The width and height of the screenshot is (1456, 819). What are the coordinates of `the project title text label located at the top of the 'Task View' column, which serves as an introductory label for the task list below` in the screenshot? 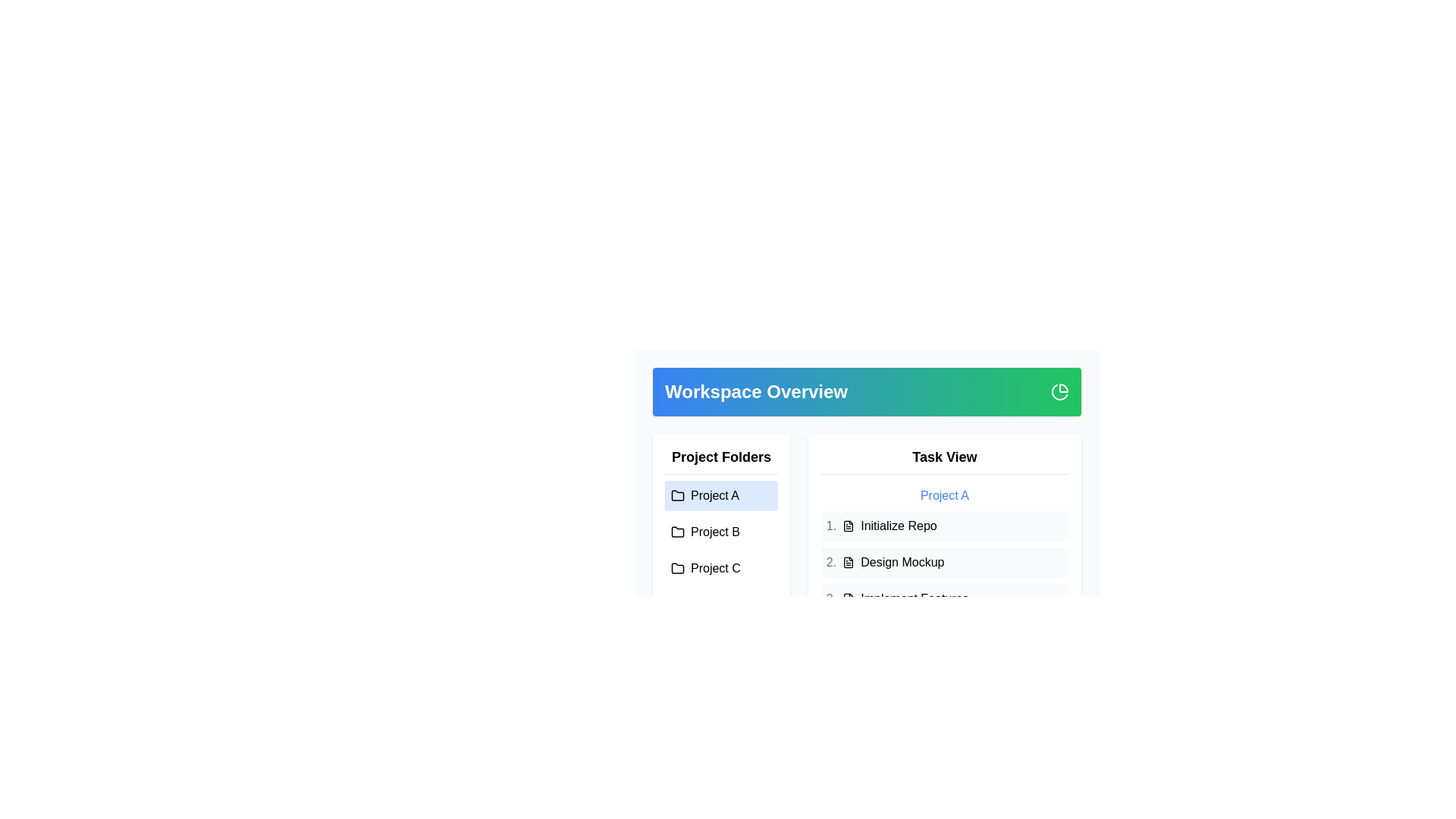 It's located at (943, 496).